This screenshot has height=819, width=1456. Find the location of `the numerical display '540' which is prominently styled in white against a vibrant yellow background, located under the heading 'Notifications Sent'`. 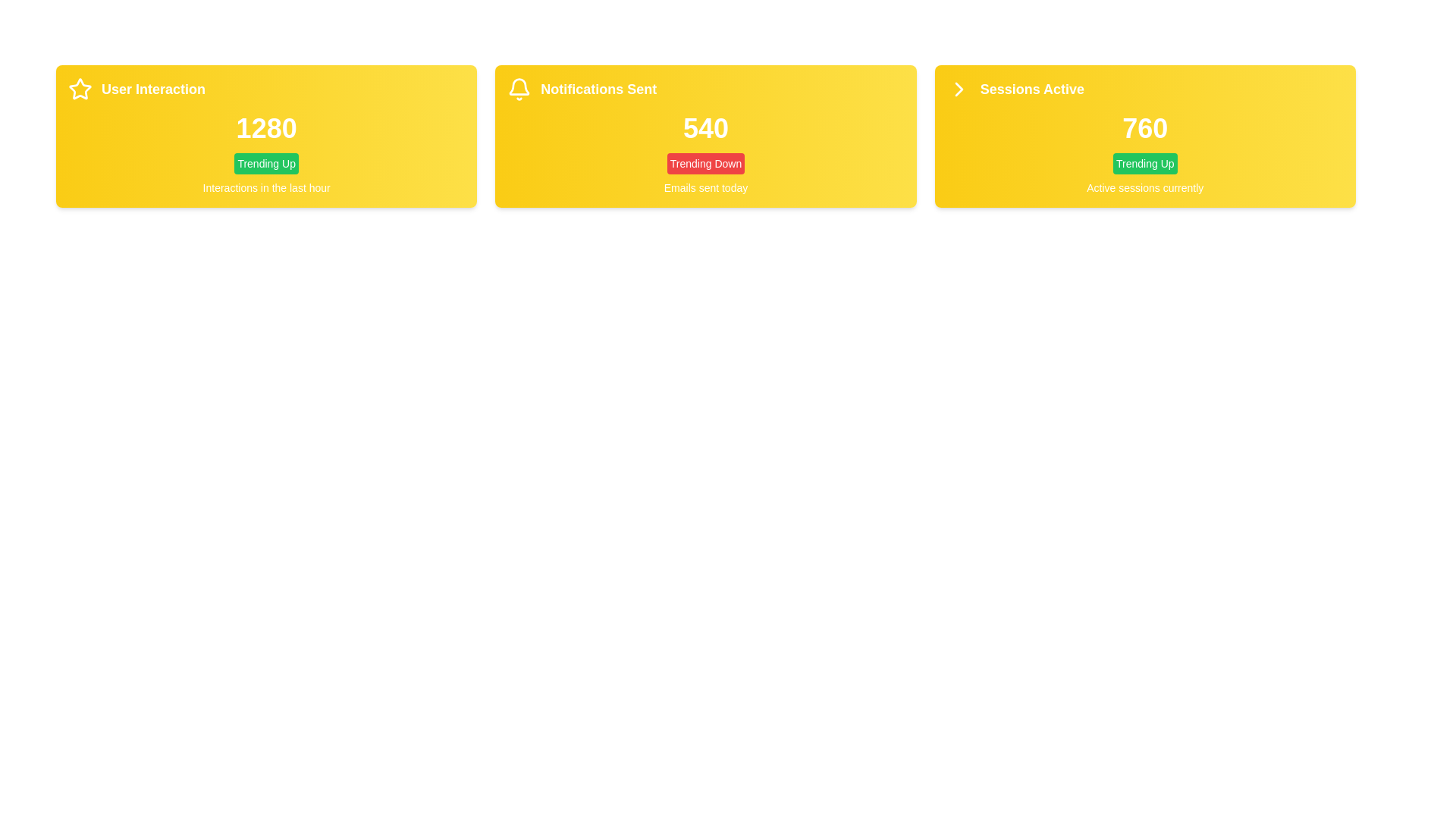

the numerical display '540' which is prominently styled in white against a vibrant yellow background, located under the heading 'Notifications Sent' is located at coordinates (705, 127).